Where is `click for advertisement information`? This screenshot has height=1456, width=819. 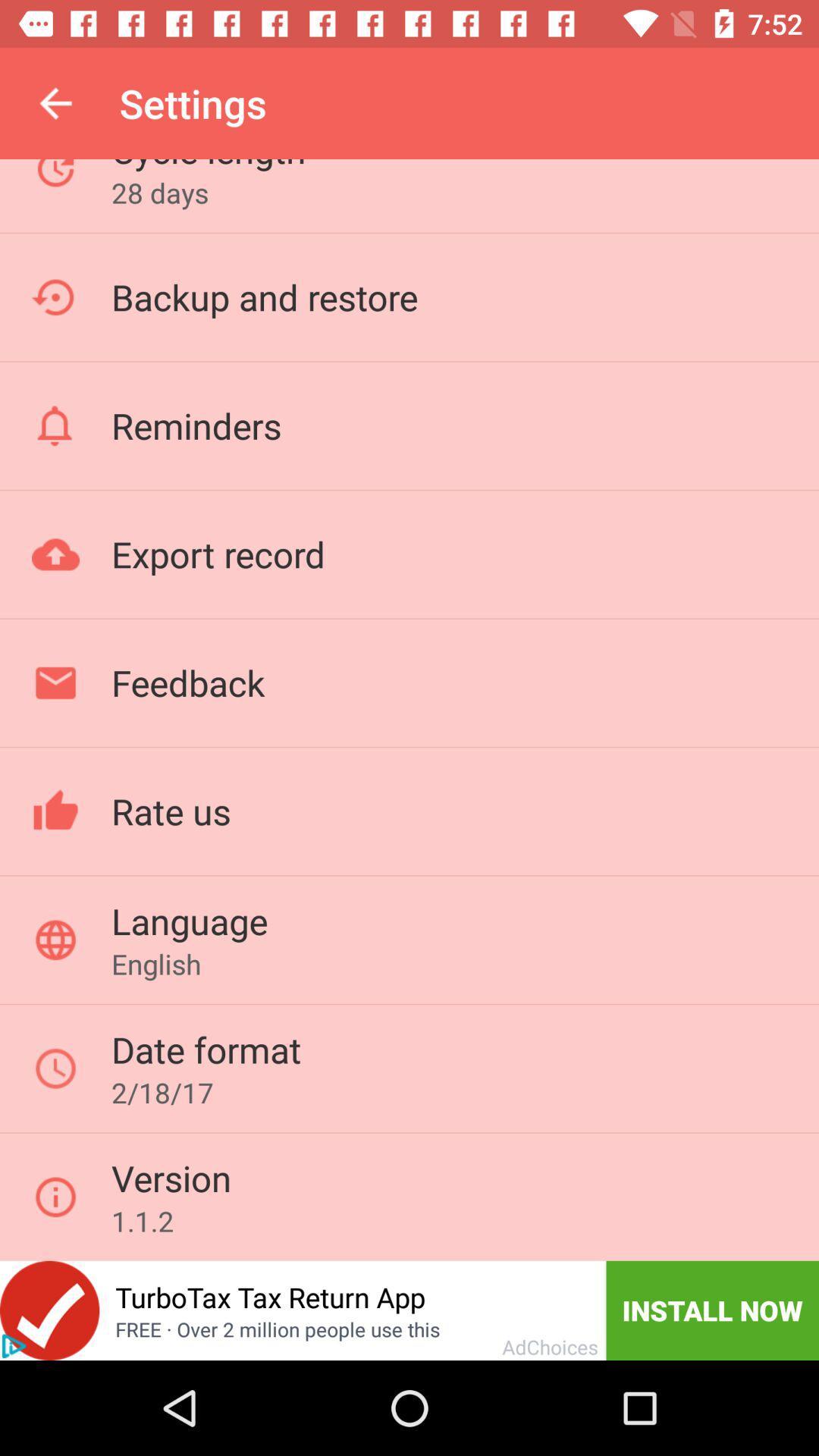
click for advertisement information is located at coordinates (14, 1346).